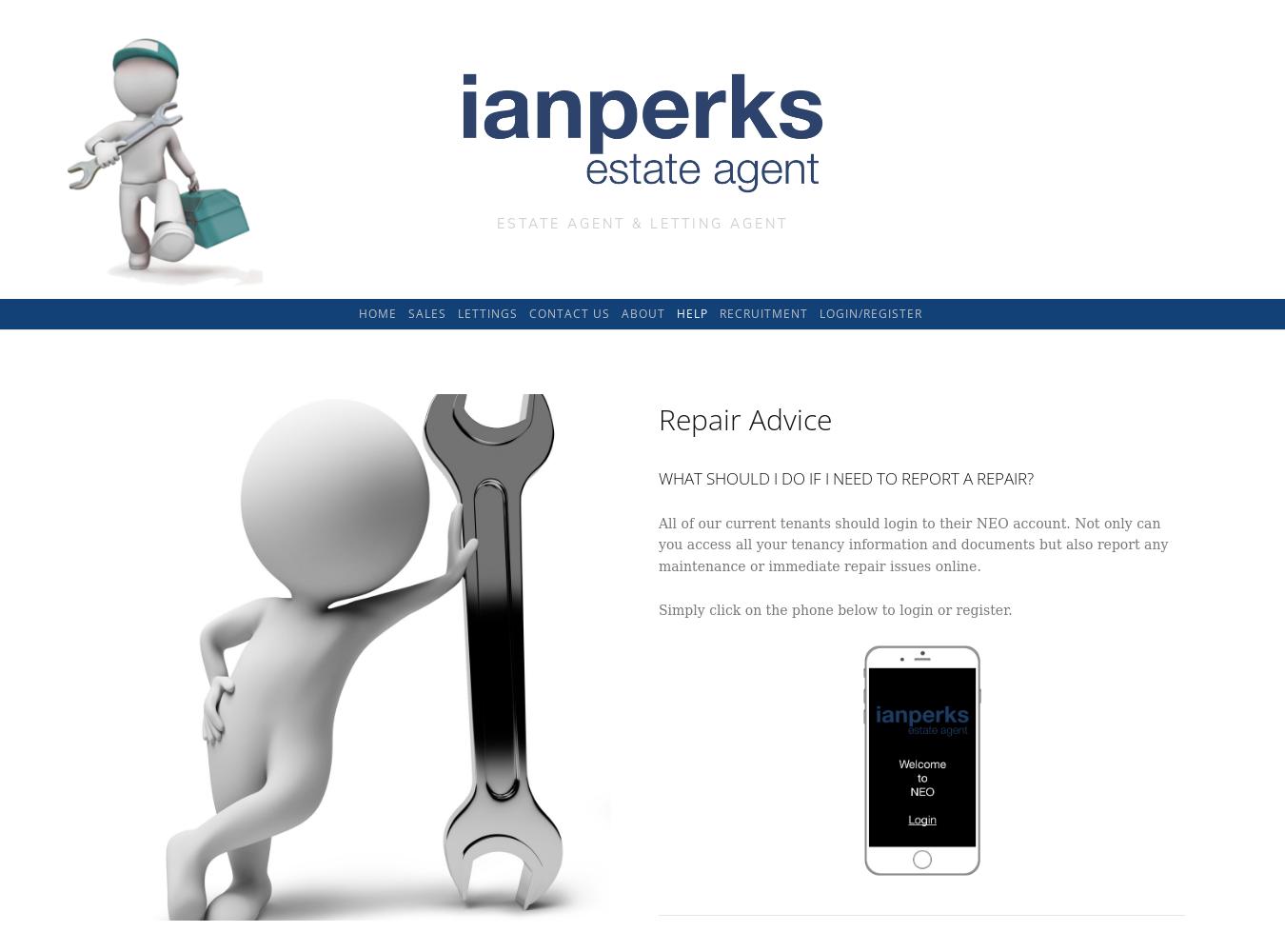 This screenshot has width=1285, height=952. I want to click on 'Repair Advice', so click(744, 417).